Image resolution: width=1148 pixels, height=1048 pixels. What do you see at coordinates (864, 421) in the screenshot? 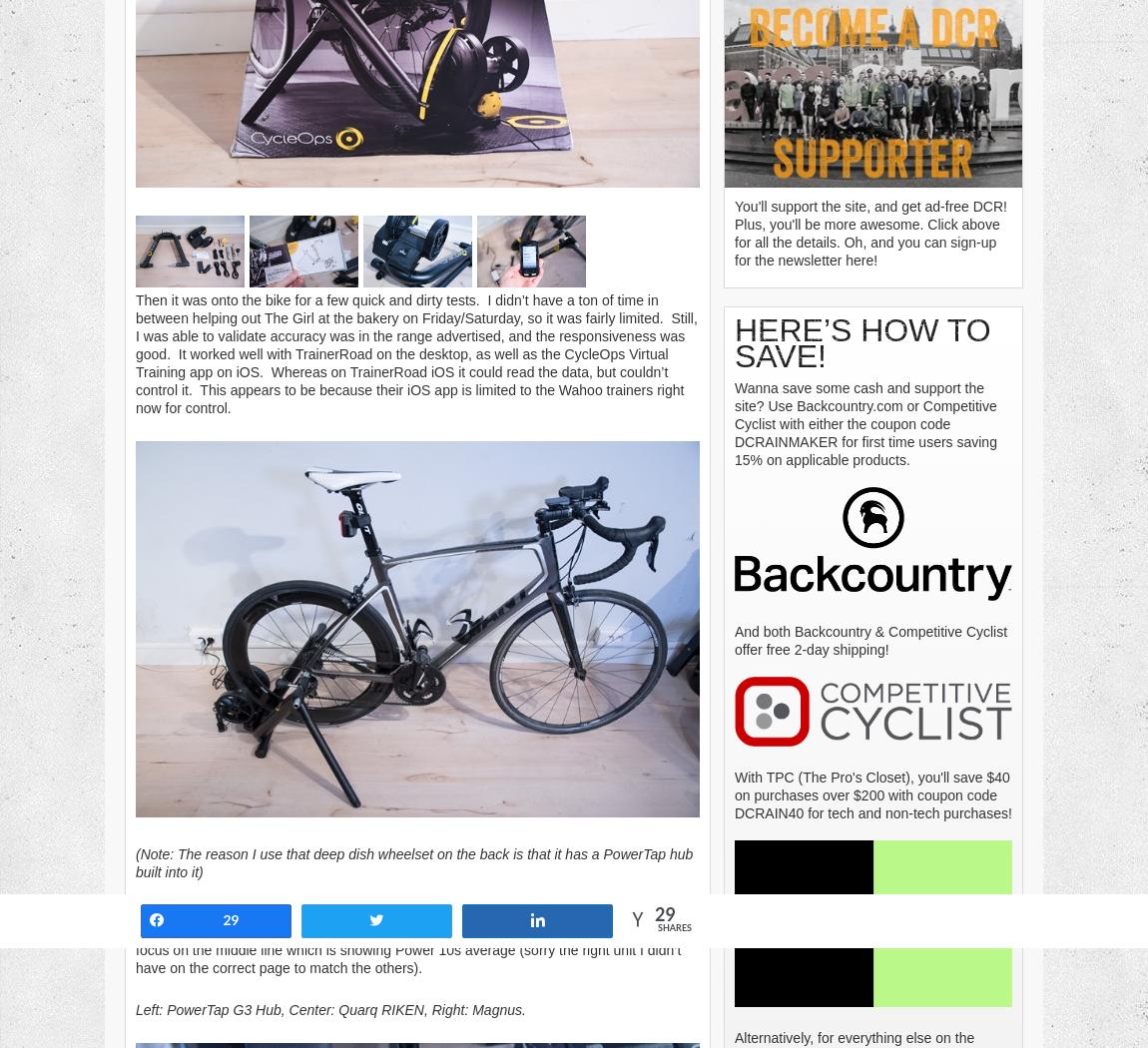
I see `'Wanna save some cash and support the site?  Use Backcountry.com or Competitive Cyclist with either the coupon code DCRAINMAKER for first time users saving 15% on applicable products.'` at bounding box center [864, 421].